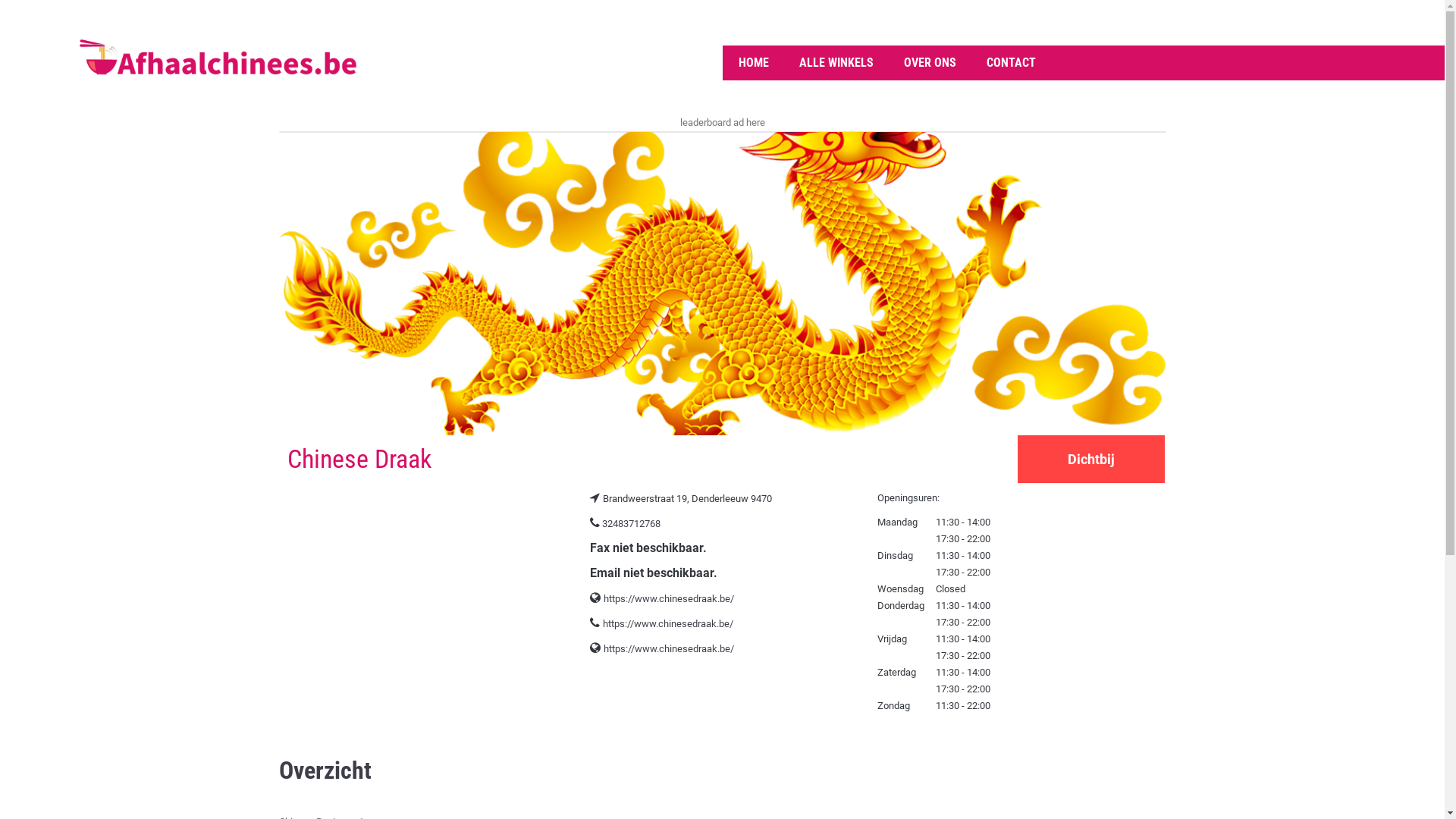 The image size is (1456, 819). I want to click on 'https://www.chinesedraak.be/', so click(603, 648).